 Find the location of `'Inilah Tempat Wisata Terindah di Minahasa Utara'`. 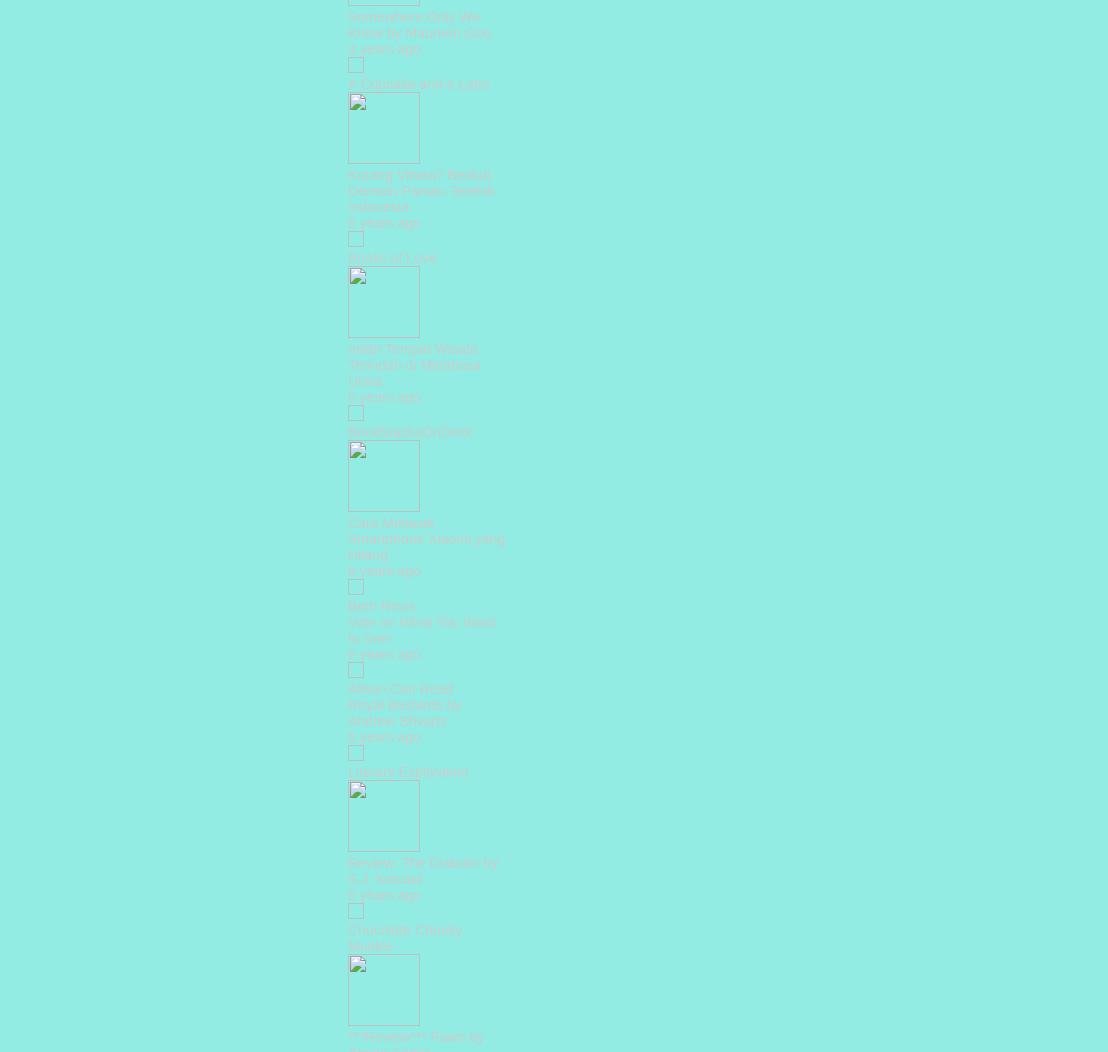

'Inilah Tempat Wisata Terindah di Minahasa Utara' is located at coordinates (414, 363).